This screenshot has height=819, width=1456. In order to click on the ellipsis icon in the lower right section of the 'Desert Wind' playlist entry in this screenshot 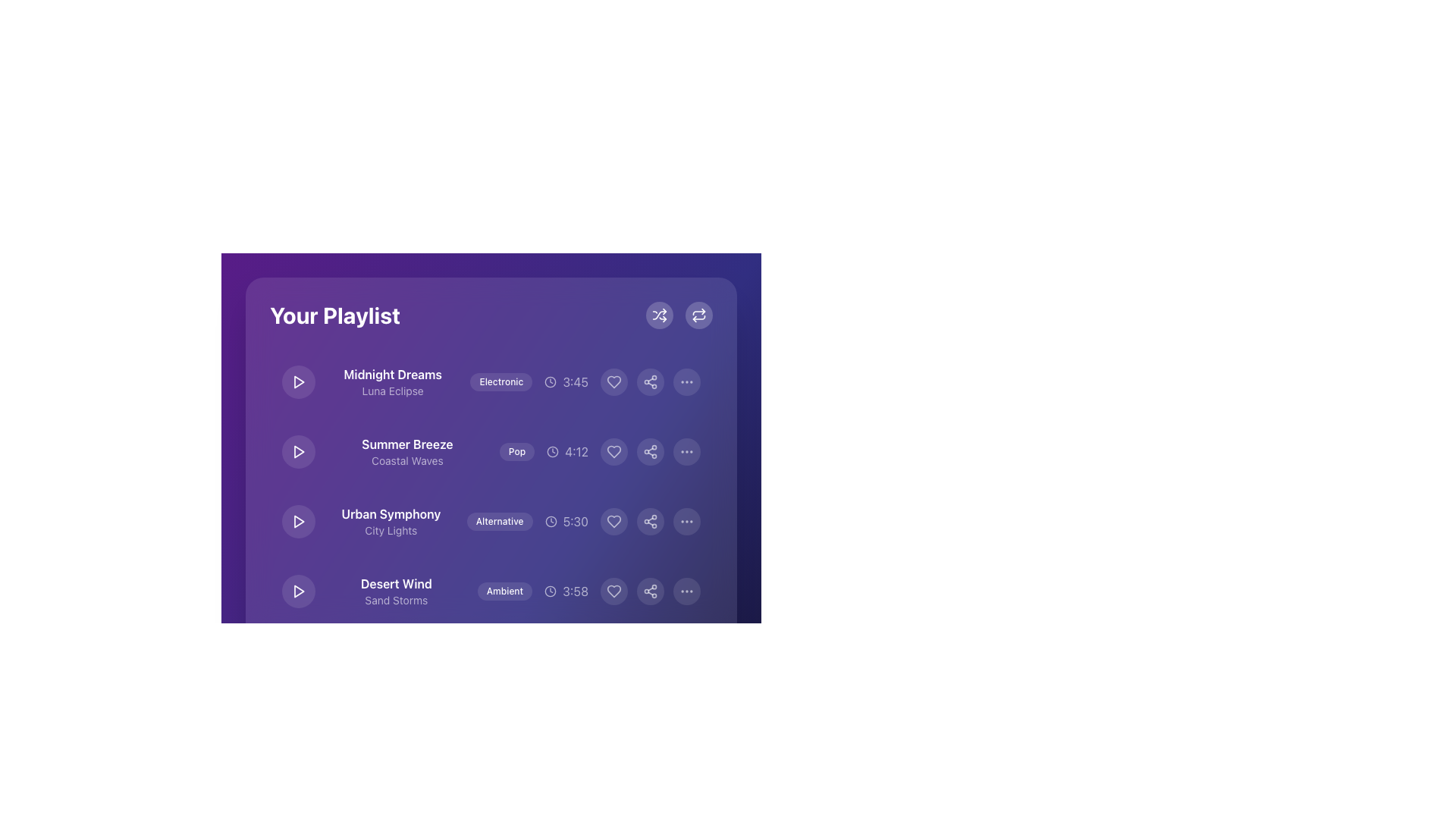, I will do `click(686, 590)`.